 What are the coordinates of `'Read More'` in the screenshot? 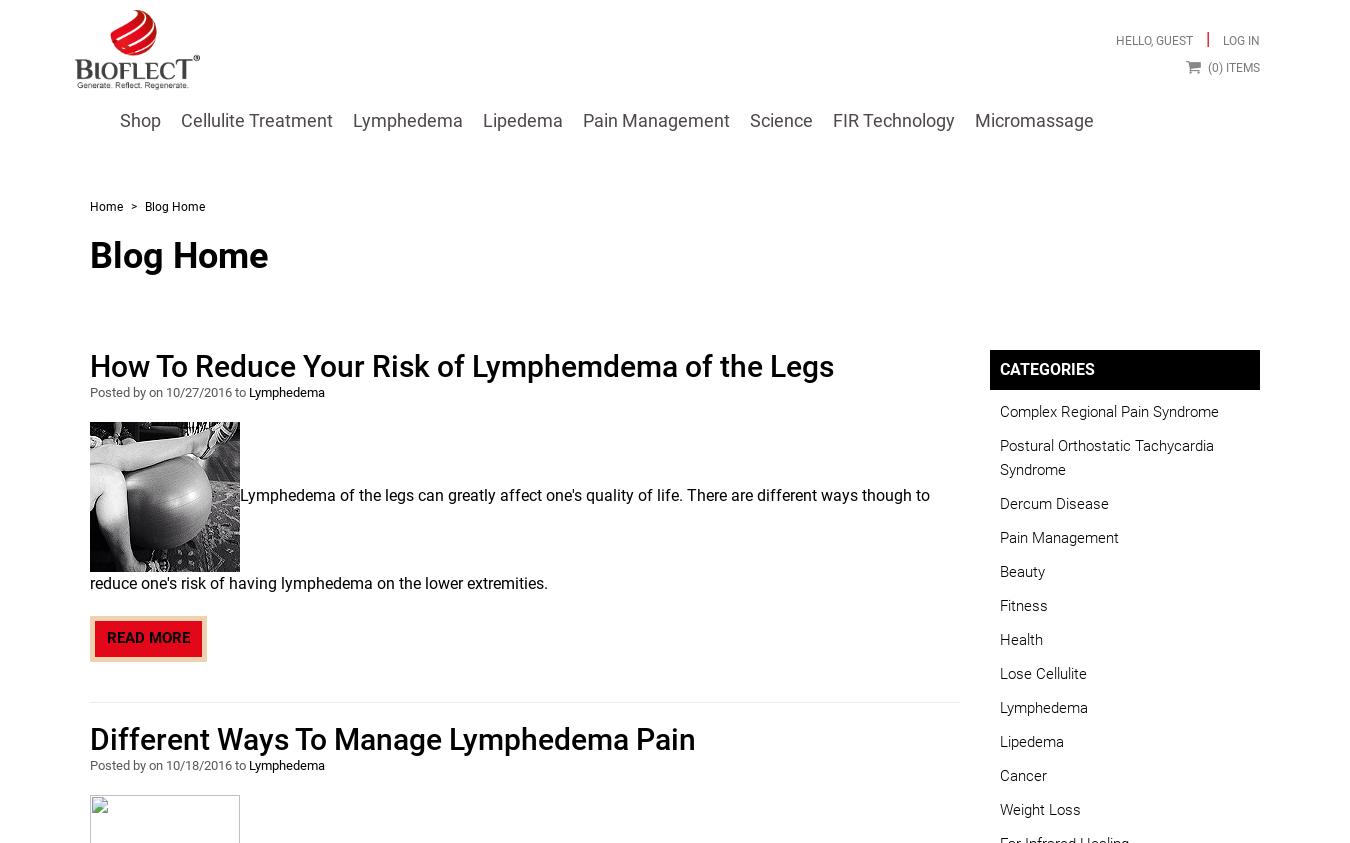 It's located at (148, 636).